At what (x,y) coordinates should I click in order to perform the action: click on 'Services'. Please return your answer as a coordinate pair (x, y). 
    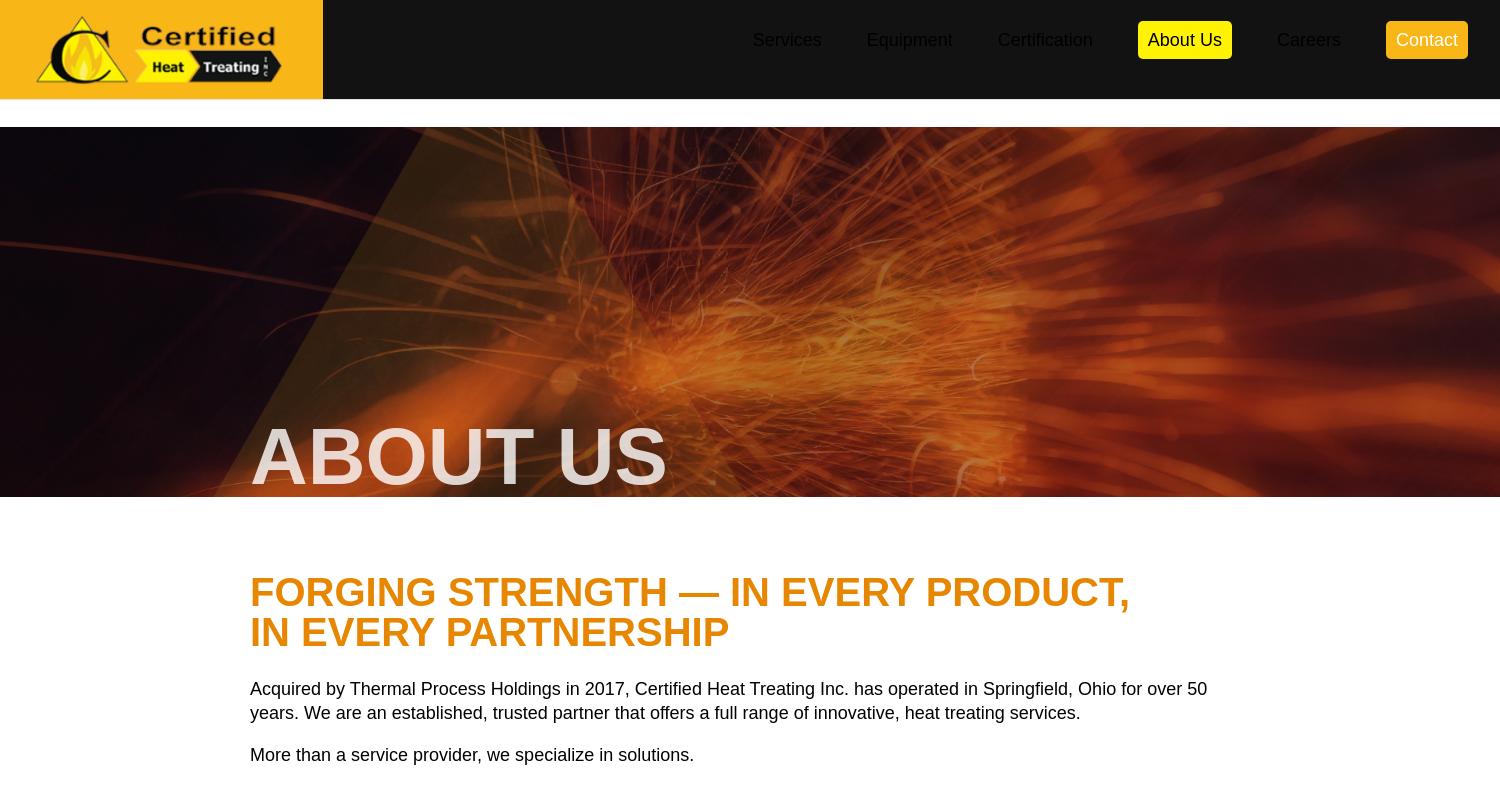
    Looking at the image, I should click on (786, 68).